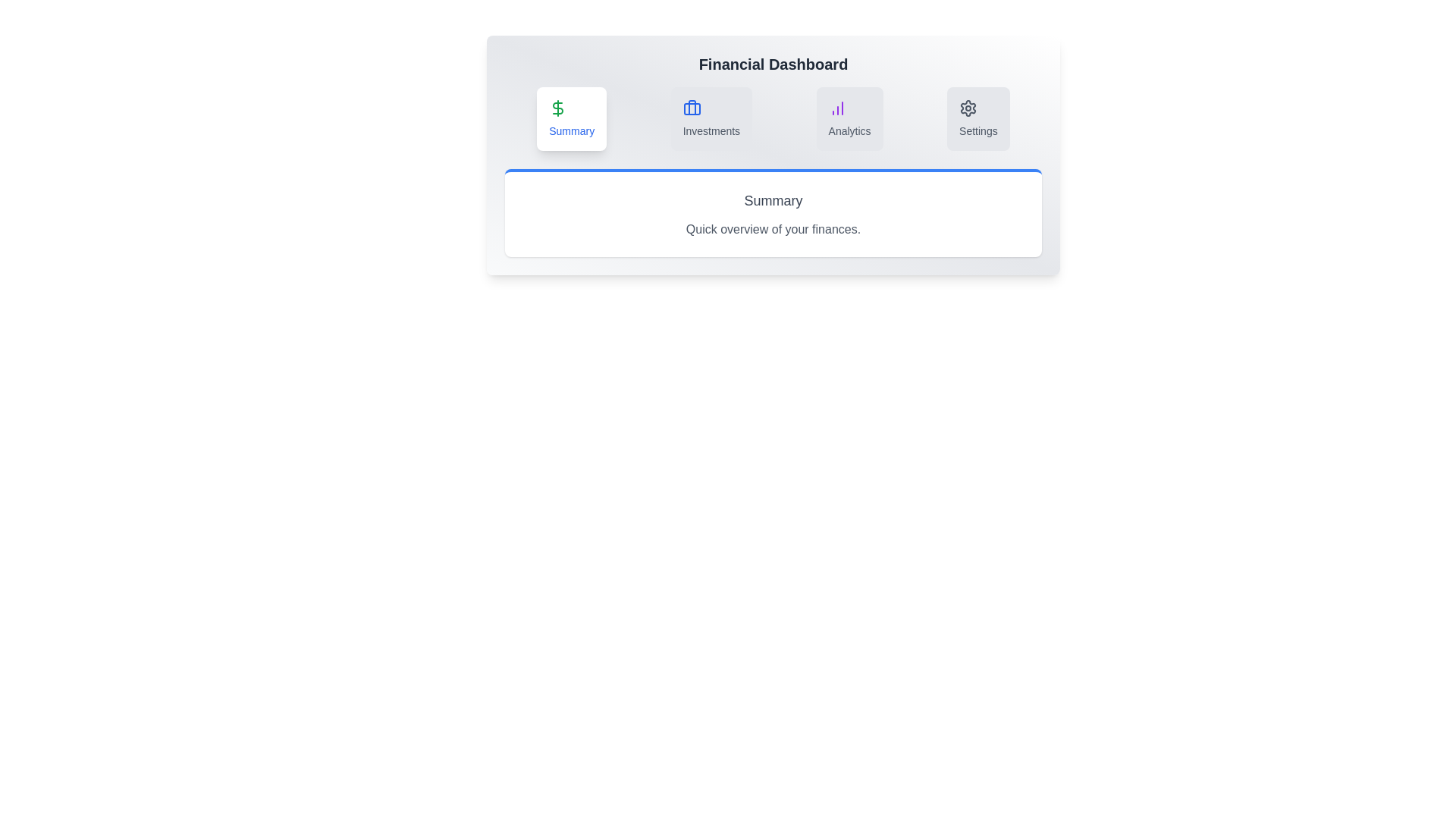 The height and width of the screenshot is (819, 1456). I want to click on the tab with the label Investments, so click(711, 118).